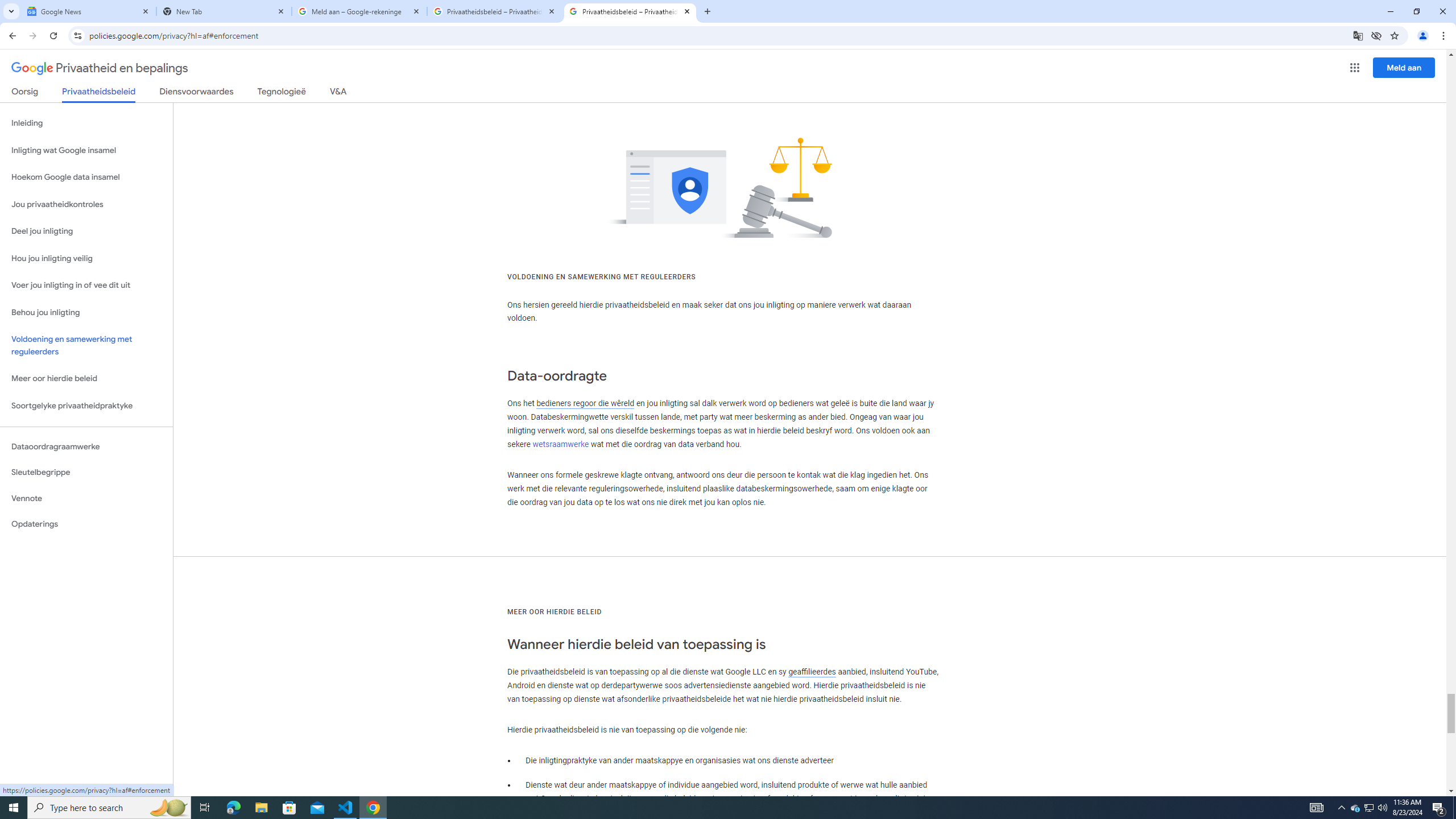  Describe the element at coordinates (86, 285) in the screenshot. I see `'Voer jou inligting in of vee dit uit'` at that location.